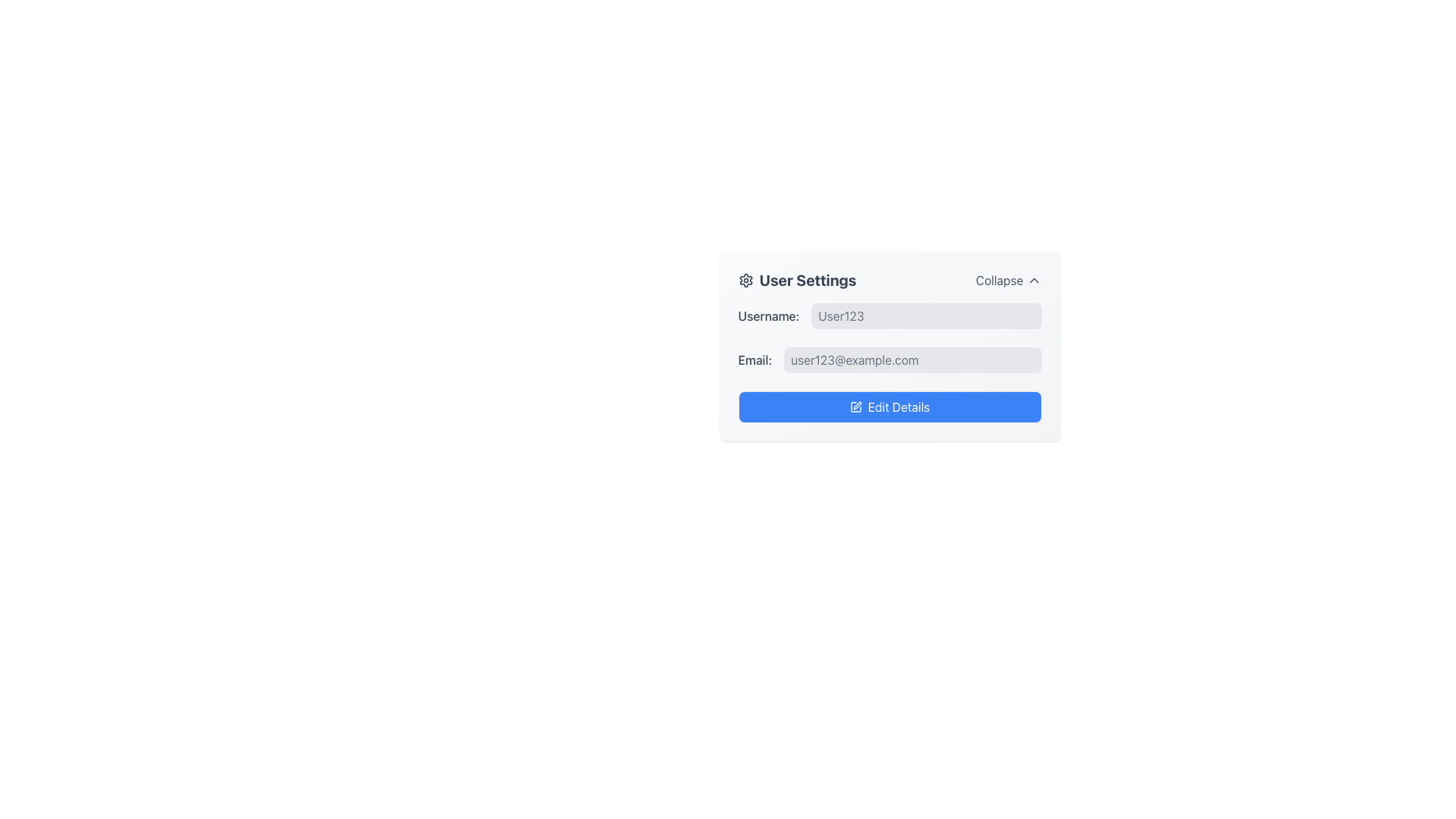  Describe the element at coordinates (855, 406) in the screenshot. I see `the first segment of the SVG icon that represents an interactive feature associated with the 'Edit Details' button in the settings section` at that location.